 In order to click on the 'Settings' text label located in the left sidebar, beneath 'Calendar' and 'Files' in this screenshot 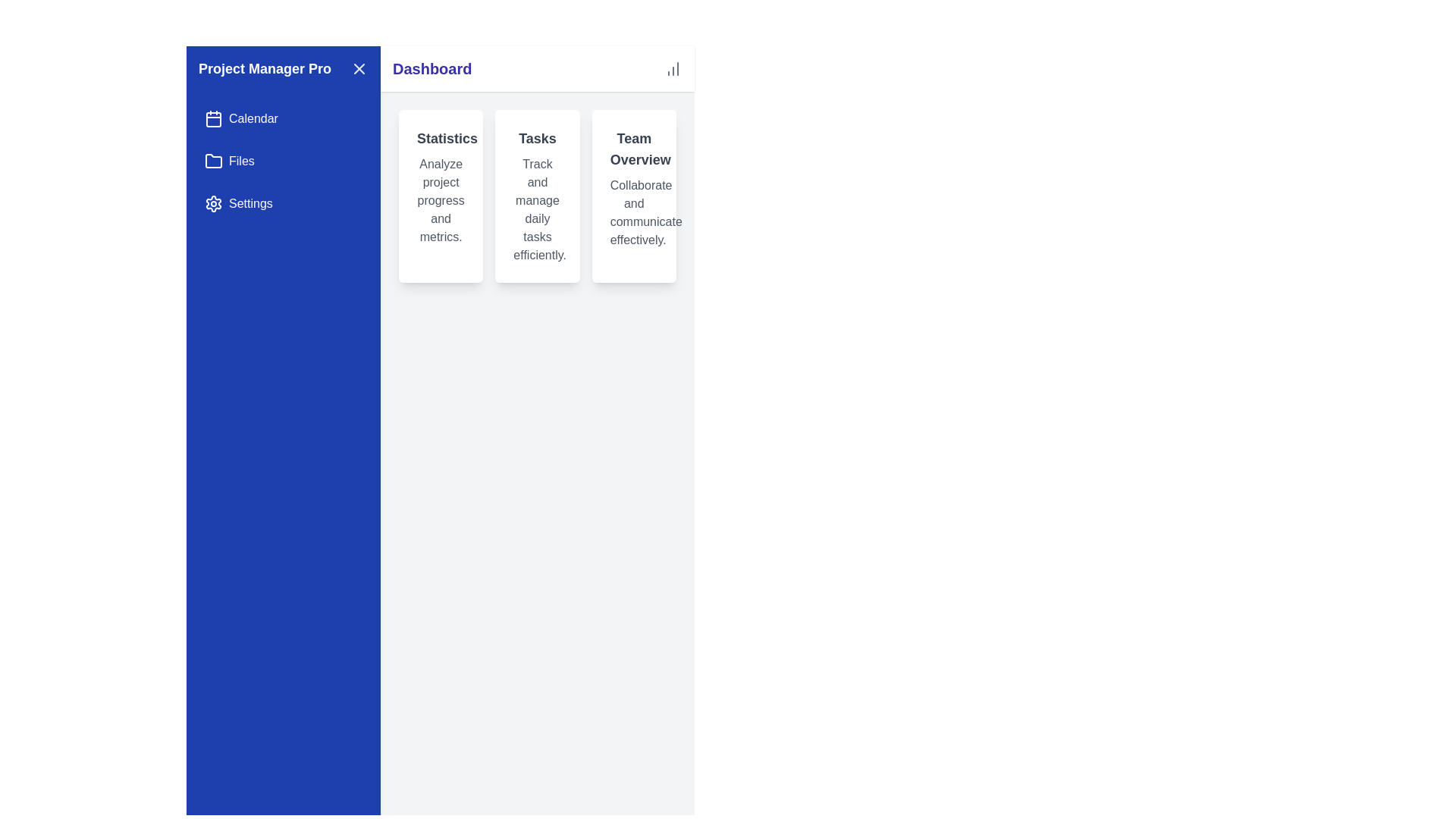, I will do `click(250, 203)`.